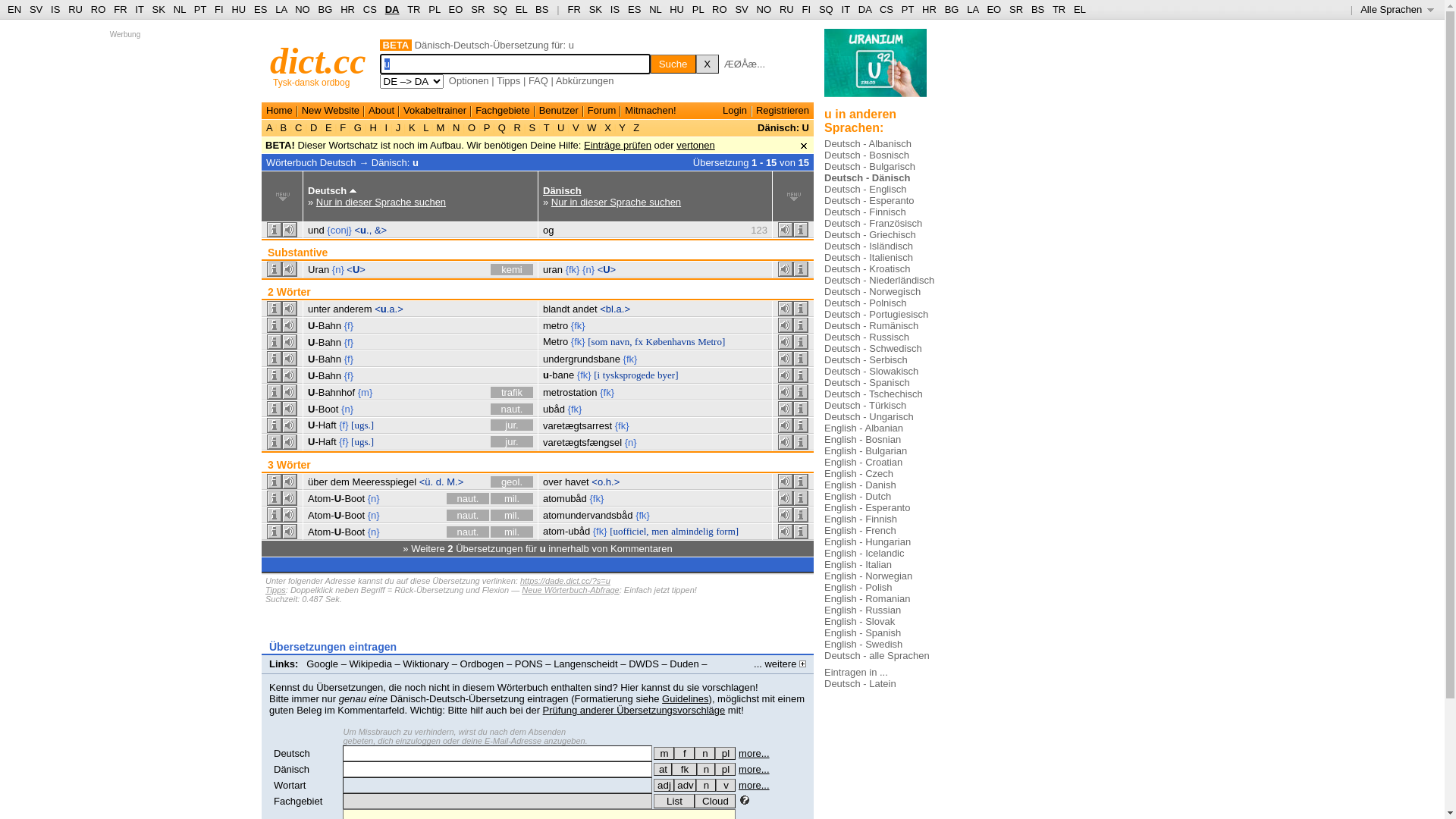 The image size is (1456, 819). I want to click on 'Y', so click(616, 127).